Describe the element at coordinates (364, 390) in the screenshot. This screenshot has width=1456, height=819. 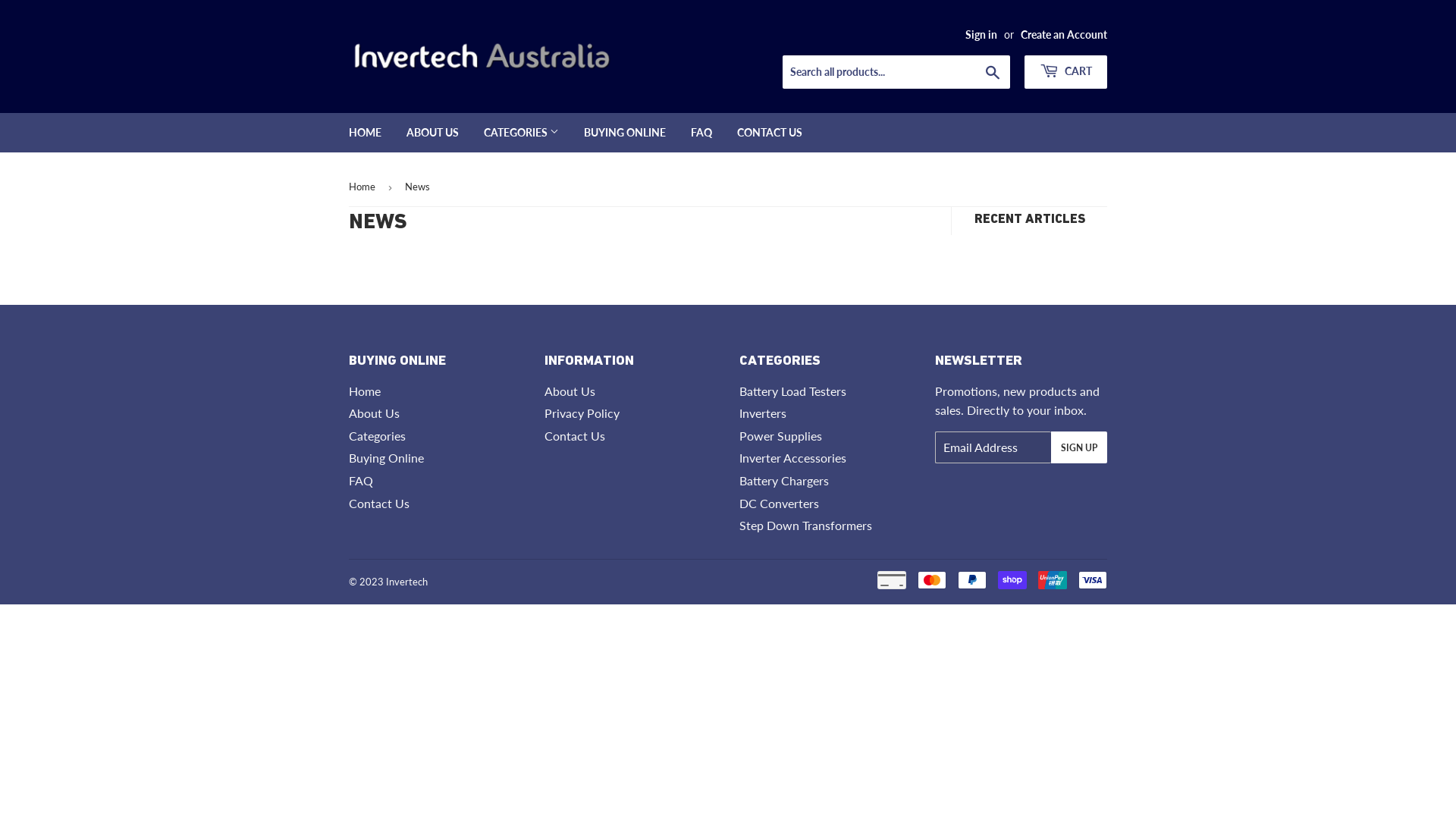
I see `'Home'` at that location.